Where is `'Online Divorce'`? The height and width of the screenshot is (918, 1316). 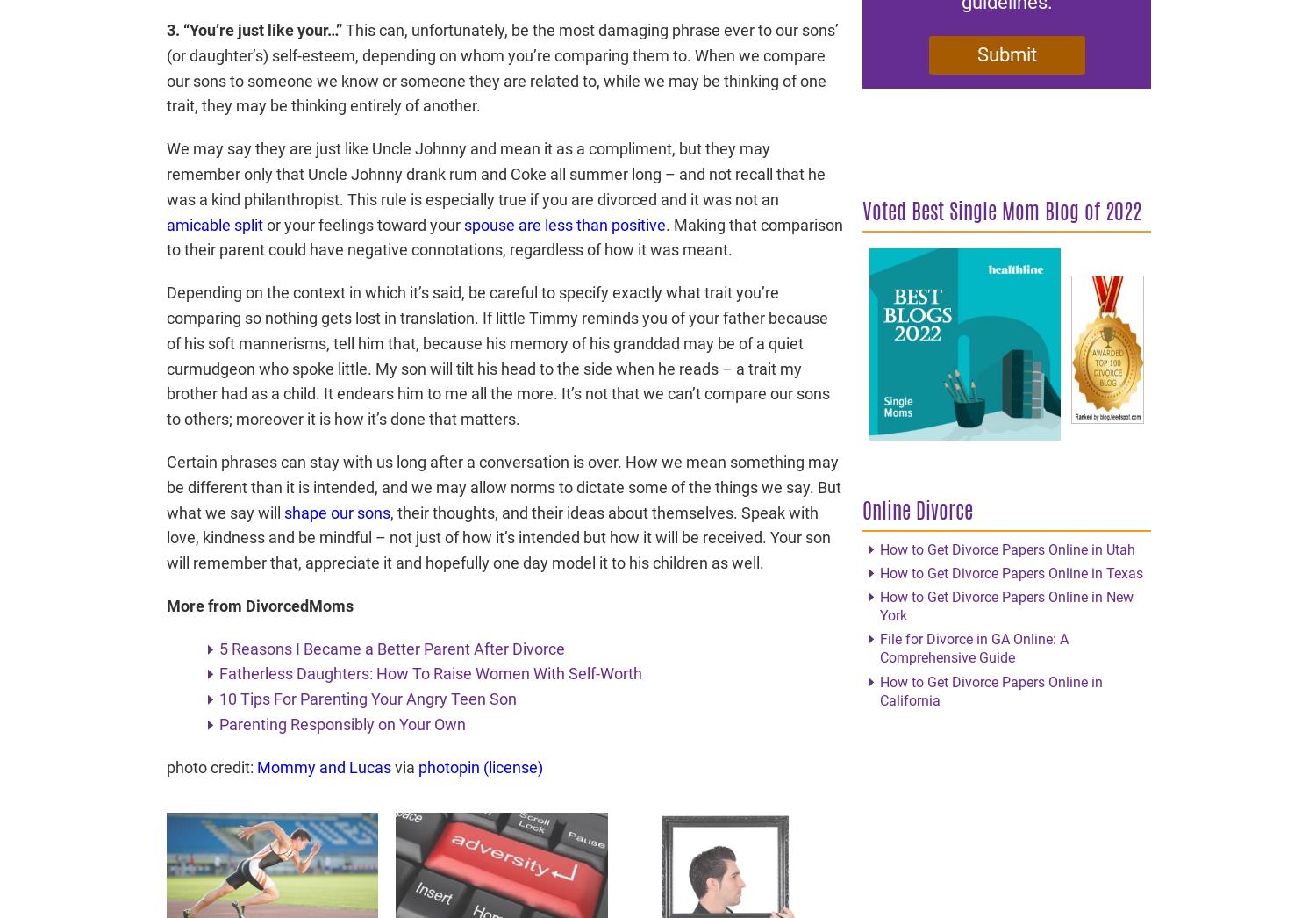 'Online Divorce' is located at coordinates (917, 509).